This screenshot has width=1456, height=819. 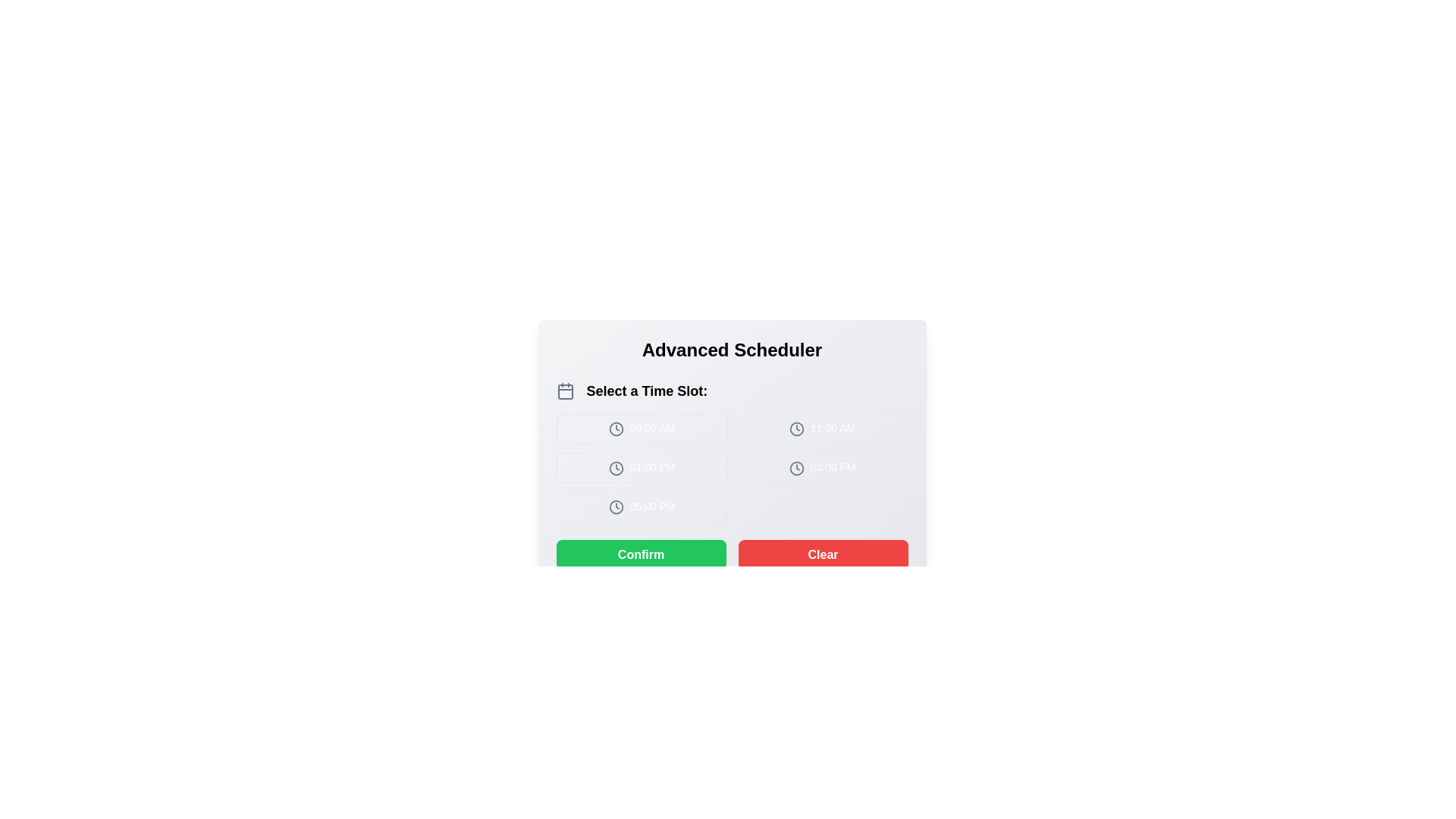 I want to click on the confirm button located on the left side of the horizontal button group at the bottom of the interface to finalize the user's action, so click(x=641, y=554).